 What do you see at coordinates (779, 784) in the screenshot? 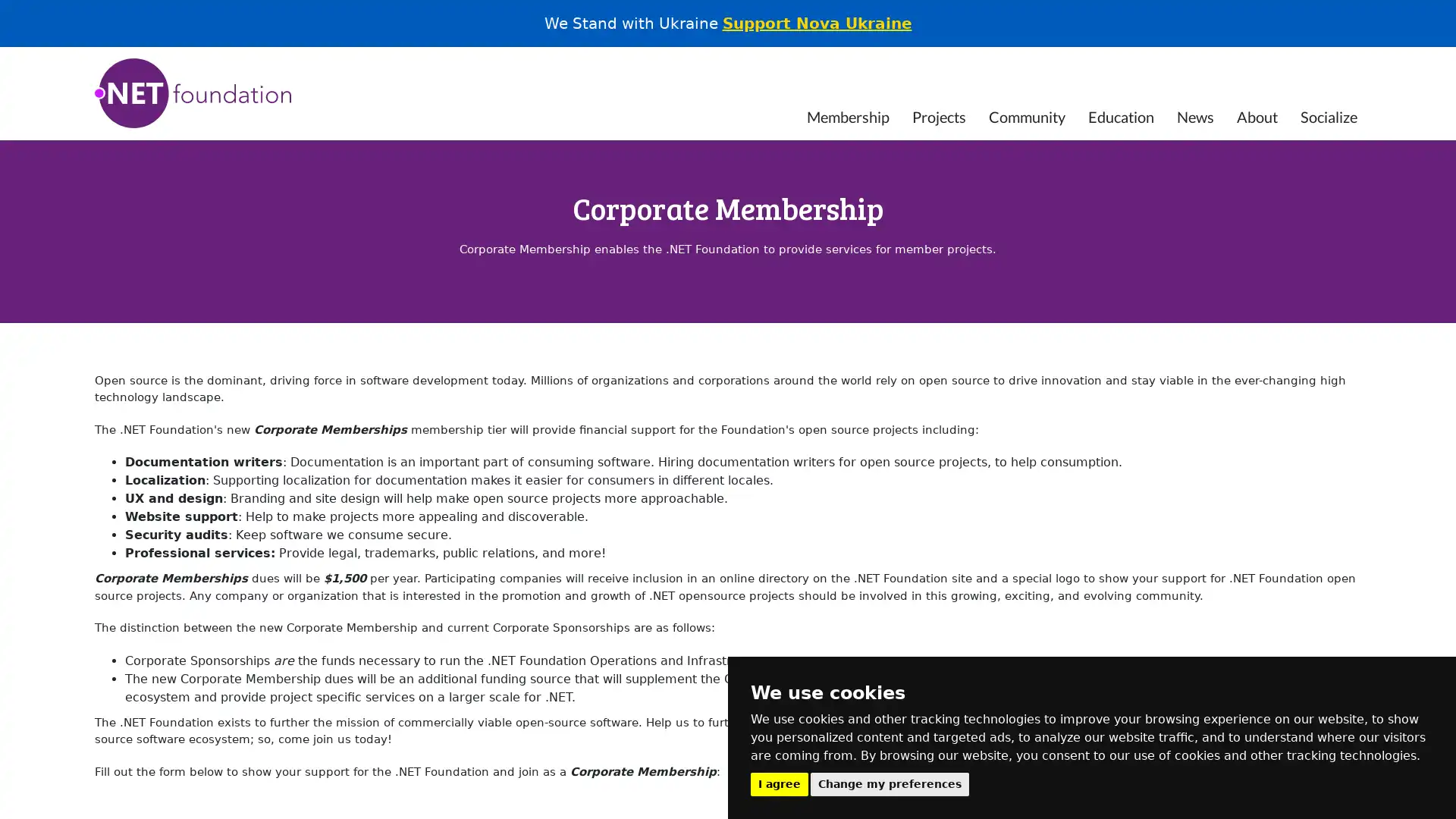
I see `I agree` at bounding box center [779, 784].